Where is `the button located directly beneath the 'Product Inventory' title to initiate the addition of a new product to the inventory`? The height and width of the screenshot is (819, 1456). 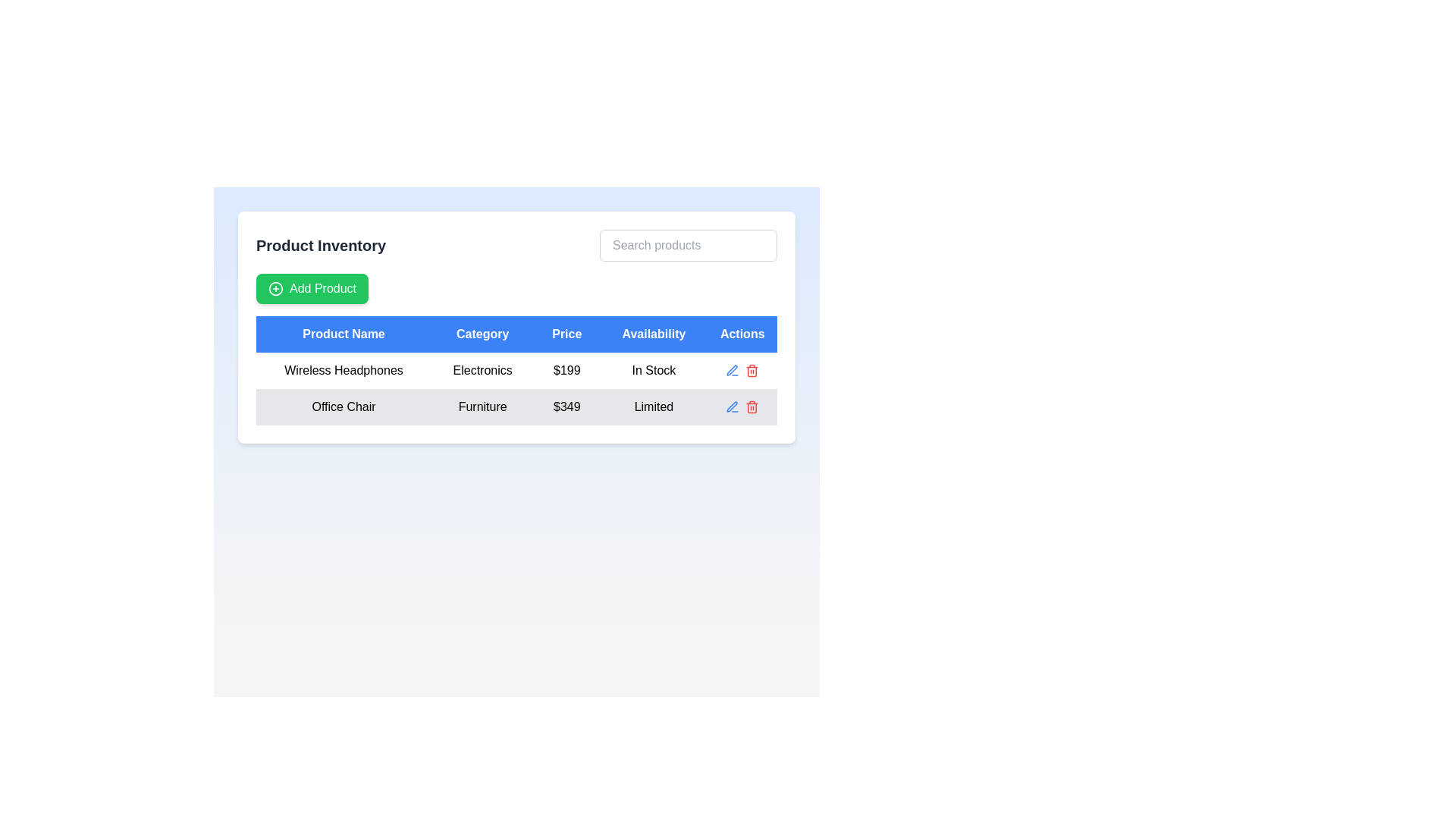
the button located directly beneath the 'Product Inventory' title to initiate the addition of a new product to the inventory is located at coordinates (312, 289).